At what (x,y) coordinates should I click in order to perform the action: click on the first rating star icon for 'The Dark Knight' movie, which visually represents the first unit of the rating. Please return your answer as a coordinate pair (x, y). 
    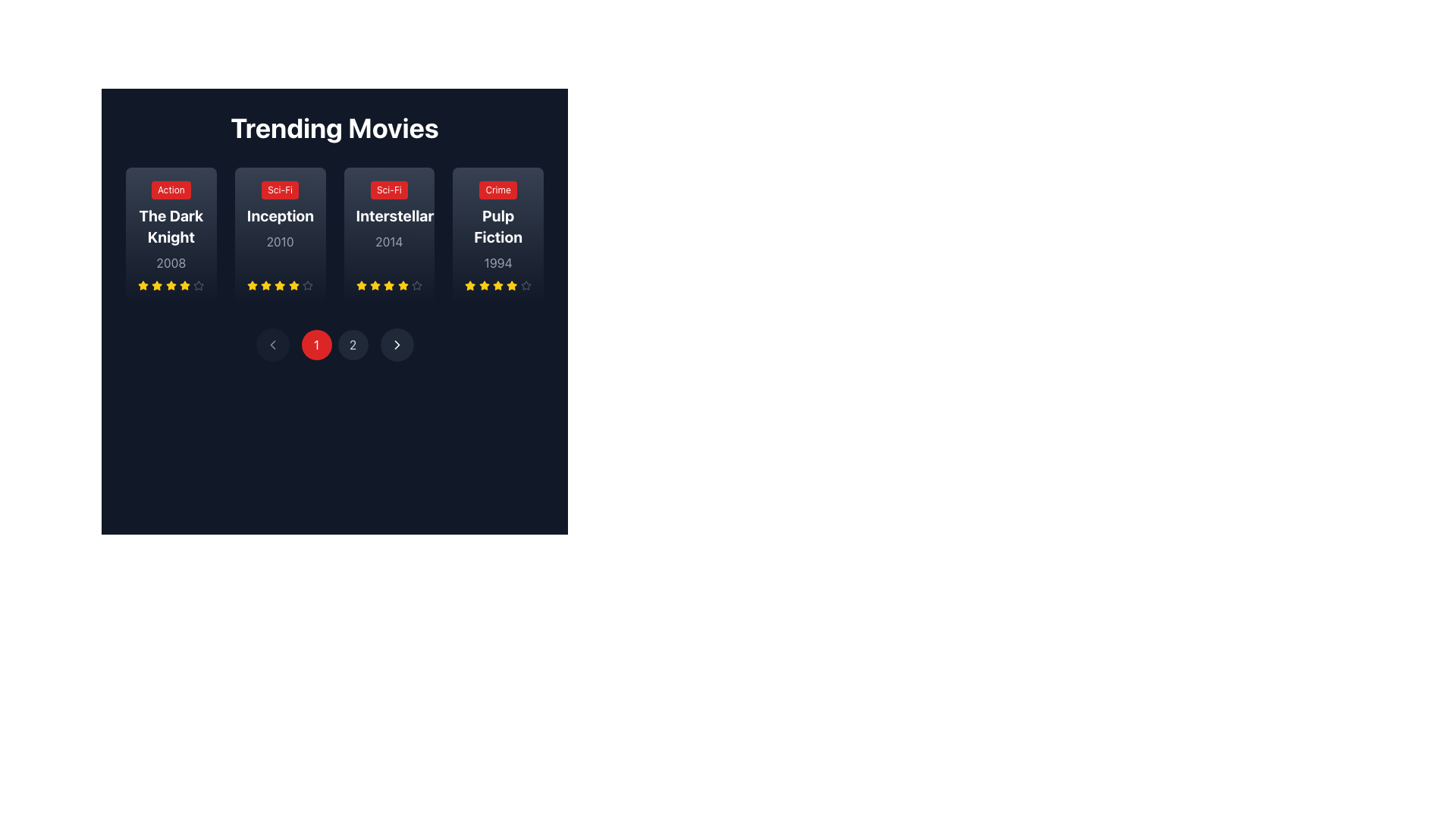
    Looking at the image, I should click on (157, 285).